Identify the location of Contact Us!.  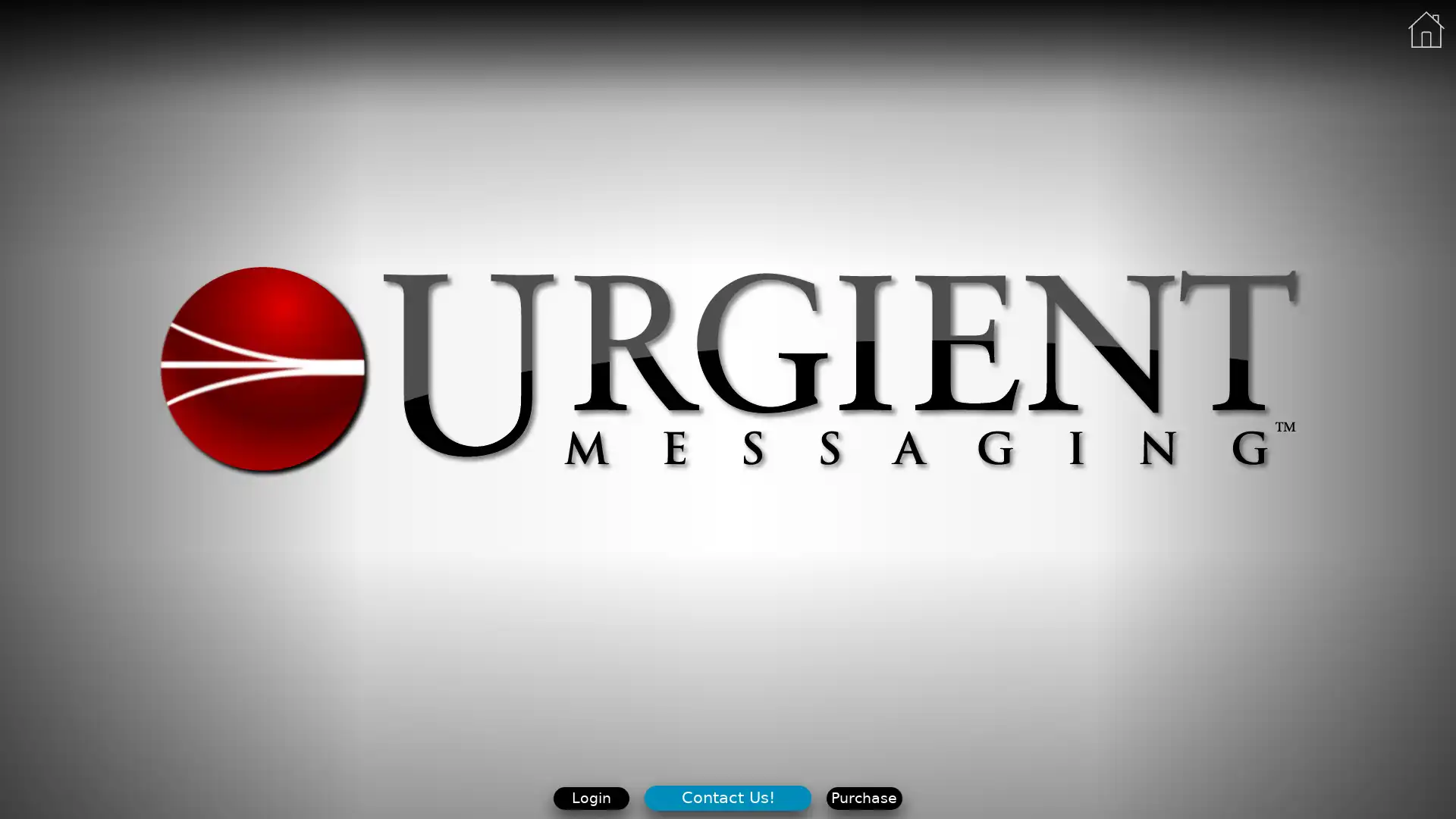
(726, 796).